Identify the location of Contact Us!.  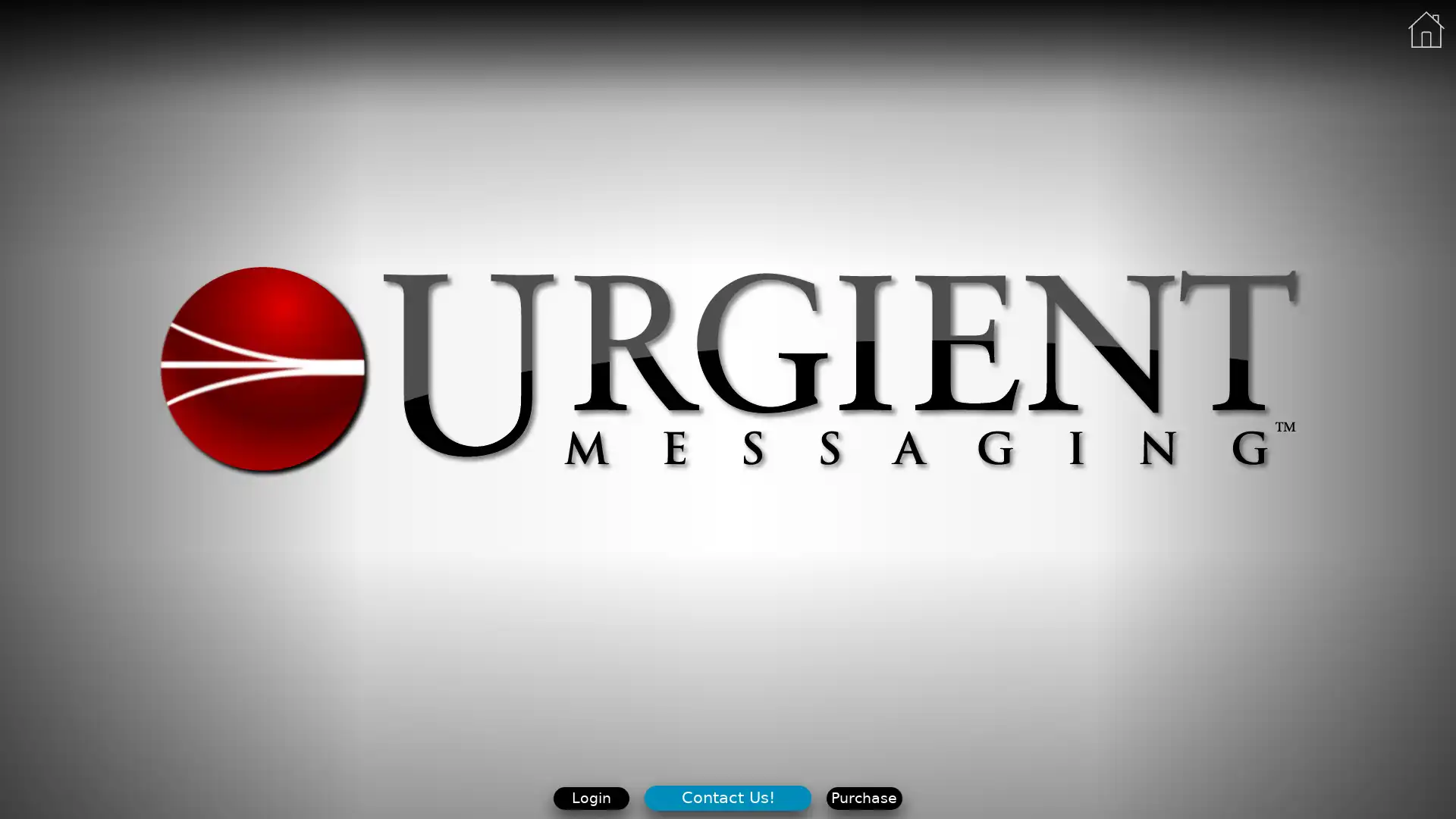
(726, 796).